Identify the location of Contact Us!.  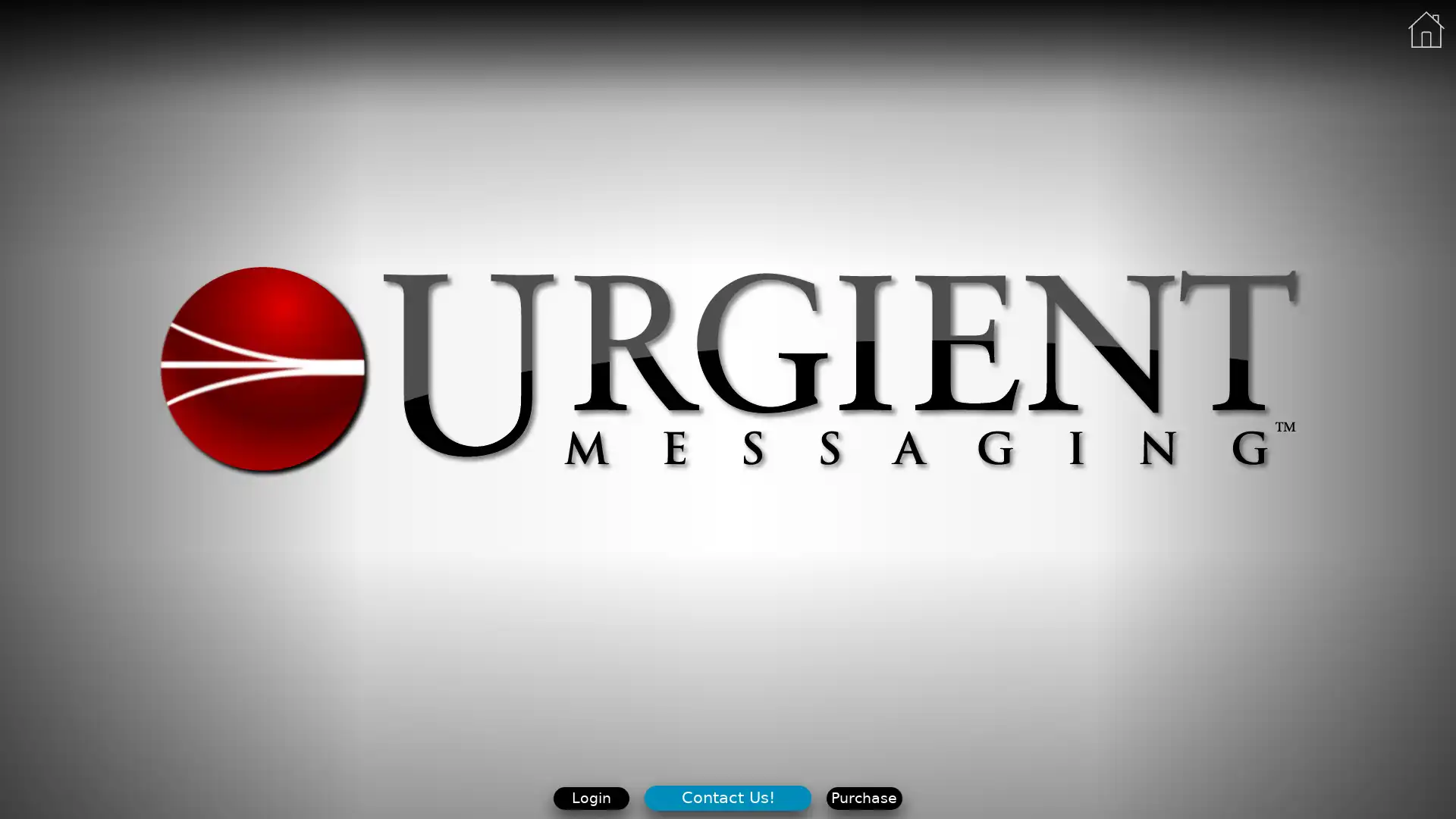
(726, 796).